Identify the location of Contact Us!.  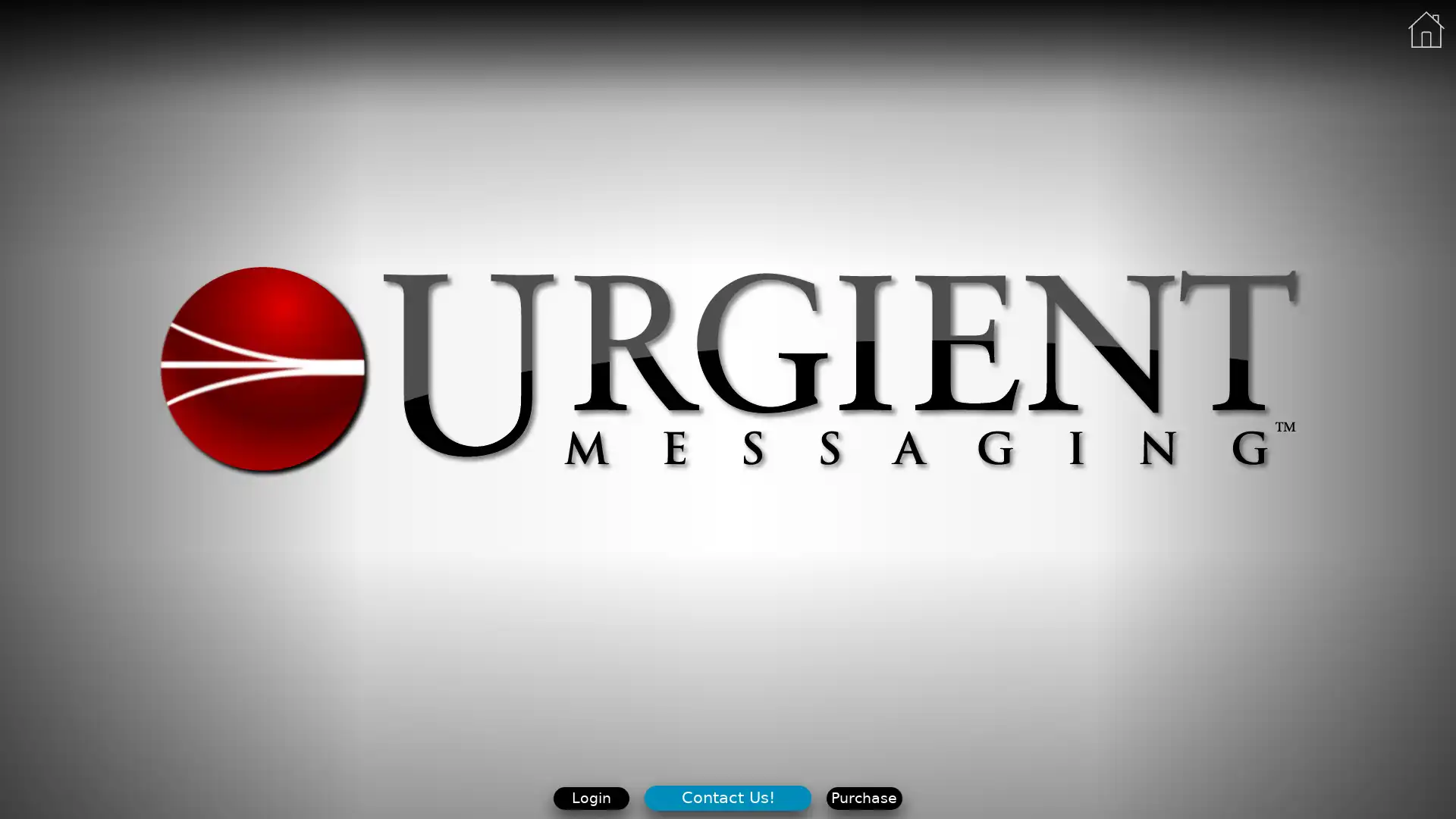
(726, 796).